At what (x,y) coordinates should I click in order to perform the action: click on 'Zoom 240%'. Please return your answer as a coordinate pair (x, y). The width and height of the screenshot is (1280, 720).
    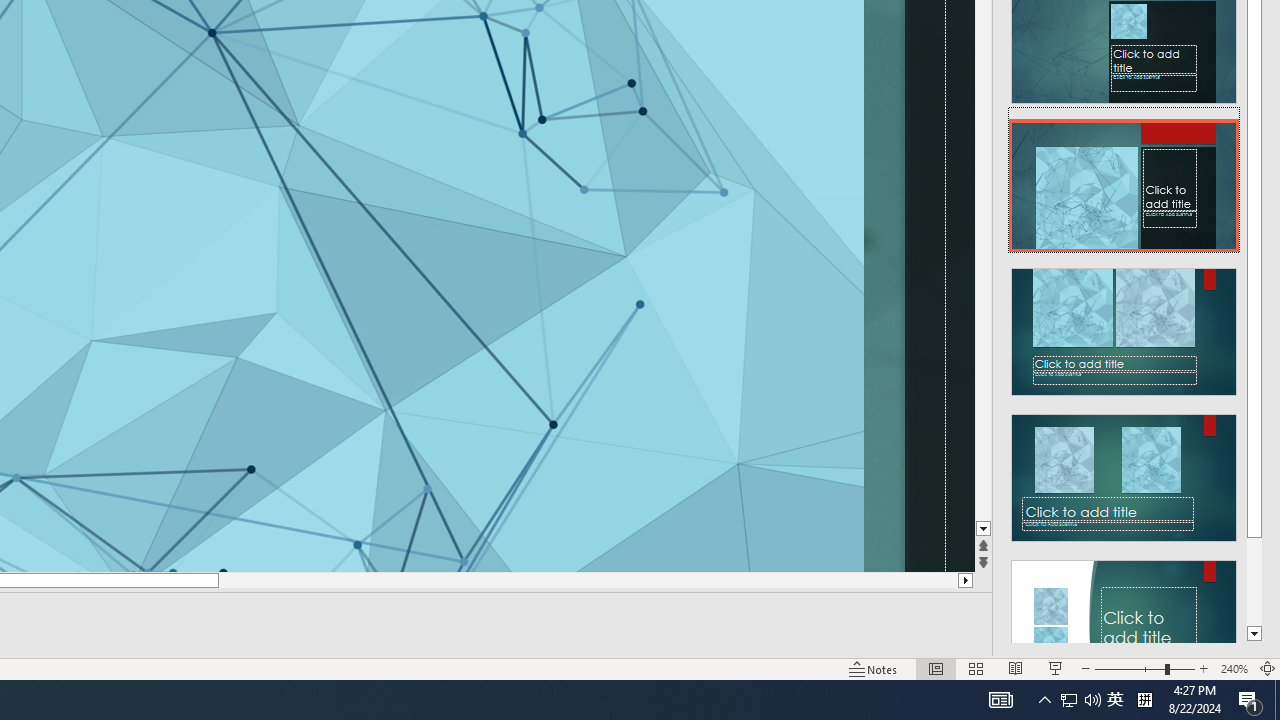
    Looking at the image, I should click on (1233, 669).